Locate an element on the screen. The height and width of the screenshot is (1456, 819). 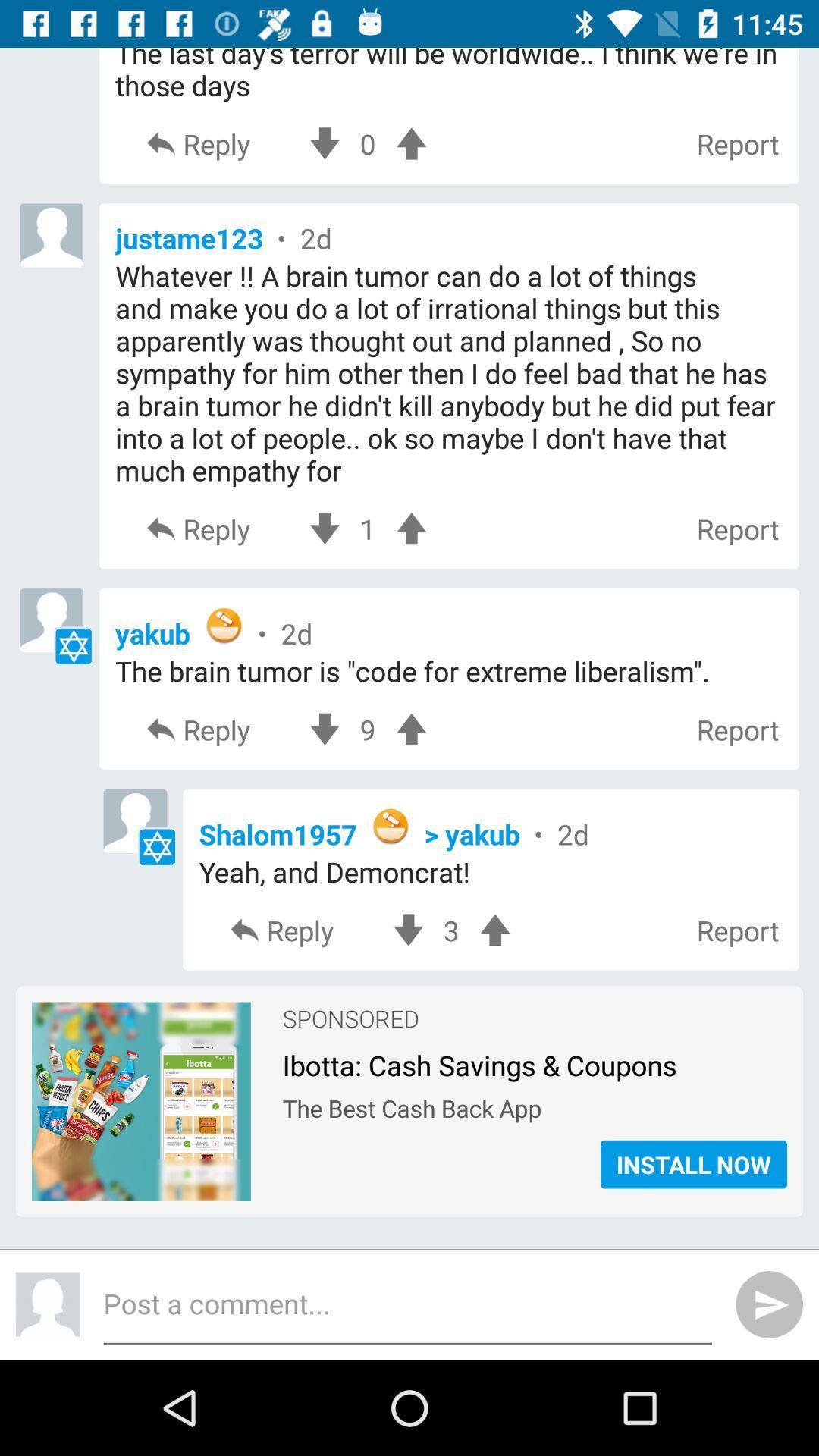
icon below ibotta cash savings item is located at coordinates (534, 1104).